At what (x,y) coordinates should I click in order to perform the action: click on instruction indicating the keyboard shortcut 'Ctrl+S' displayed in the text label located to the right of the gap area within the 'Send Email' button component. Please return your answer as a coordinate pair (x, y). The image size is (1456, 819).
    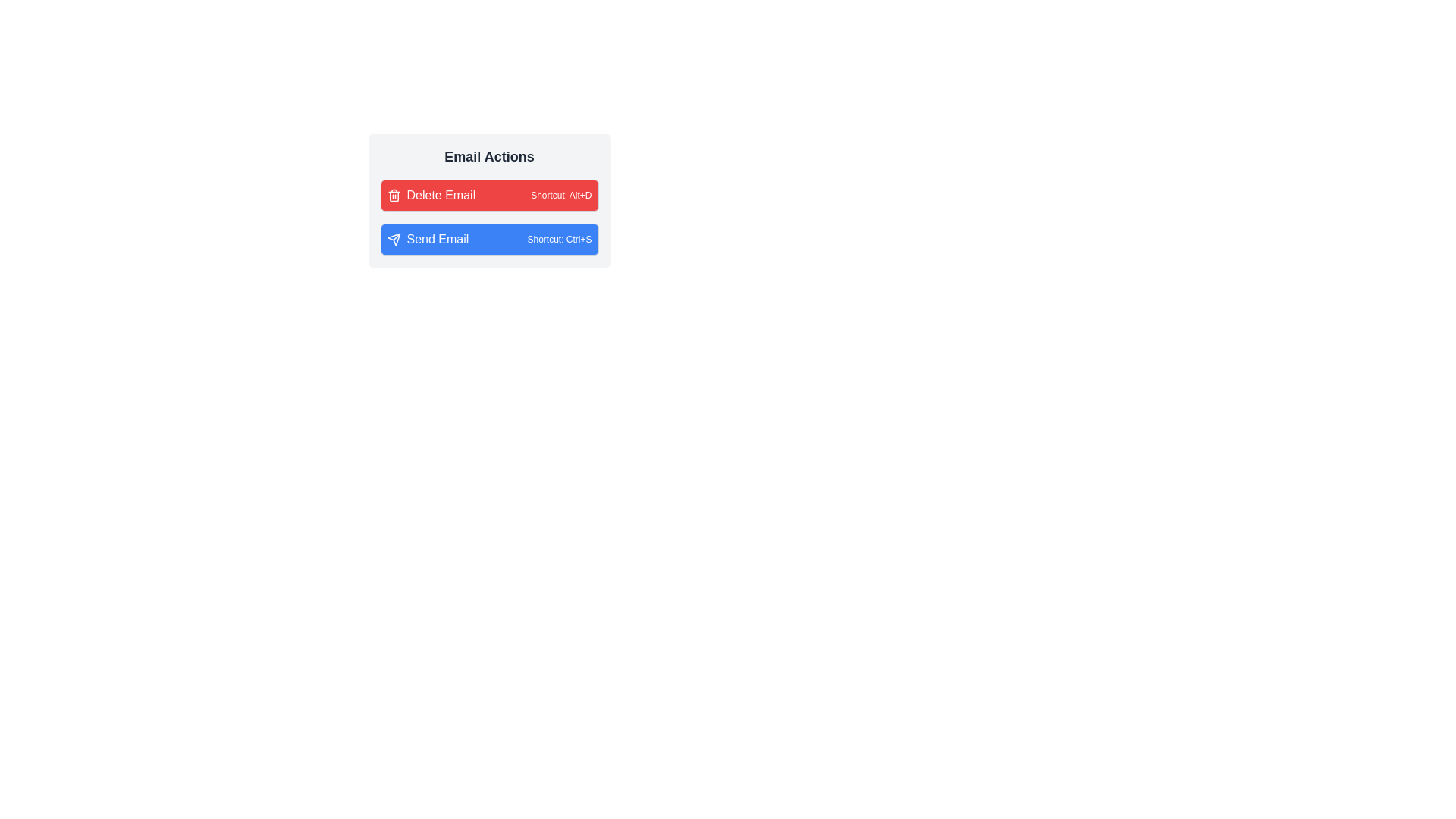
    Looking at the image, I should click on (559, 239).